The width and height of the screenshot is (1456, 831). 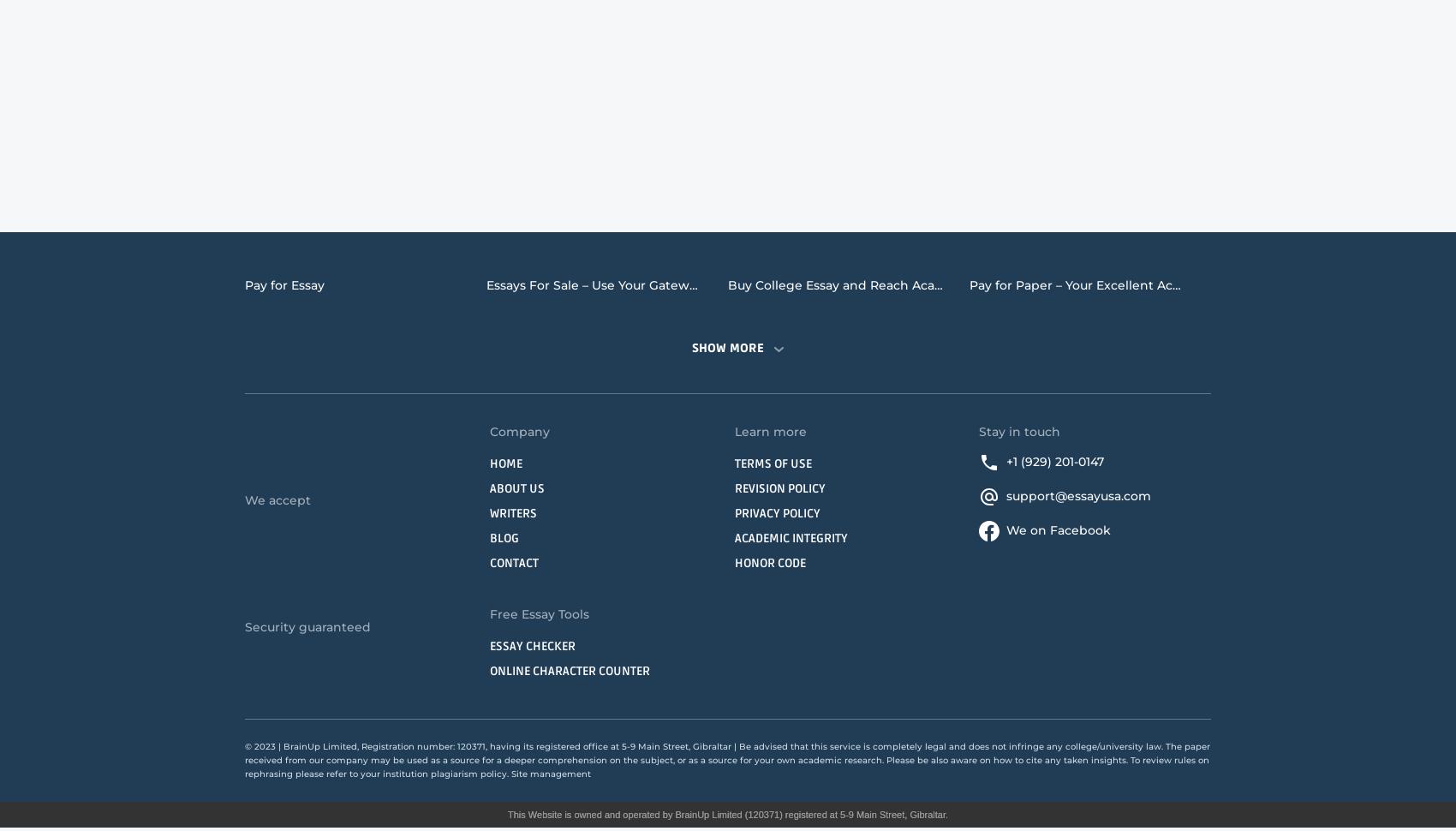 What do you see at coordinates (320, 348) in the screenshot?
I see `'Research Papers for Sale'` at bounding box center [320, 348].